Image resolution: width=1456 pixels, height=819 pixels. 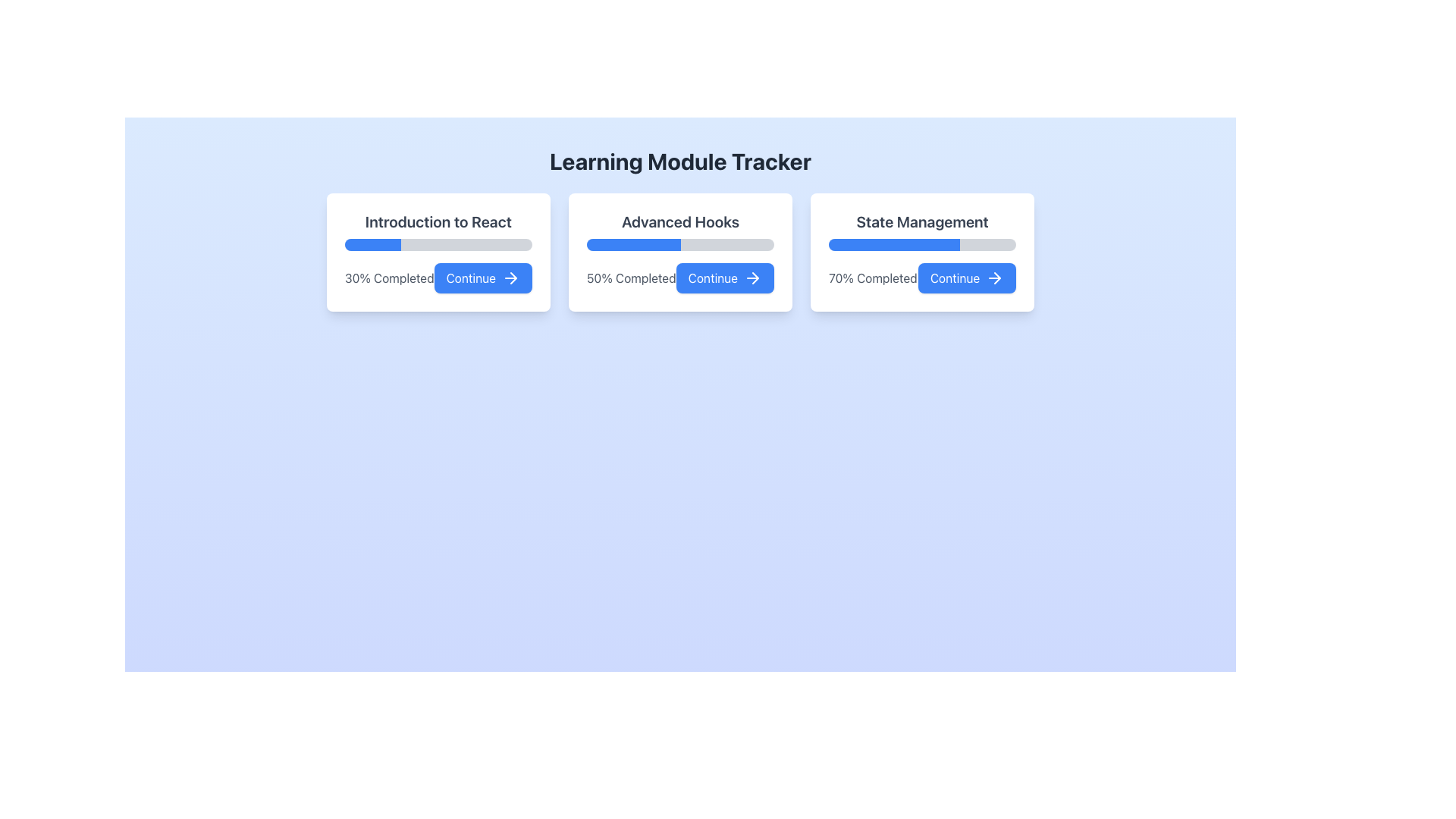 I want to click on the text label that indicates the completion percentage of the related module, located to the left of the 'Continue' button in the 'State Management' module, so click(x=873, y=278).